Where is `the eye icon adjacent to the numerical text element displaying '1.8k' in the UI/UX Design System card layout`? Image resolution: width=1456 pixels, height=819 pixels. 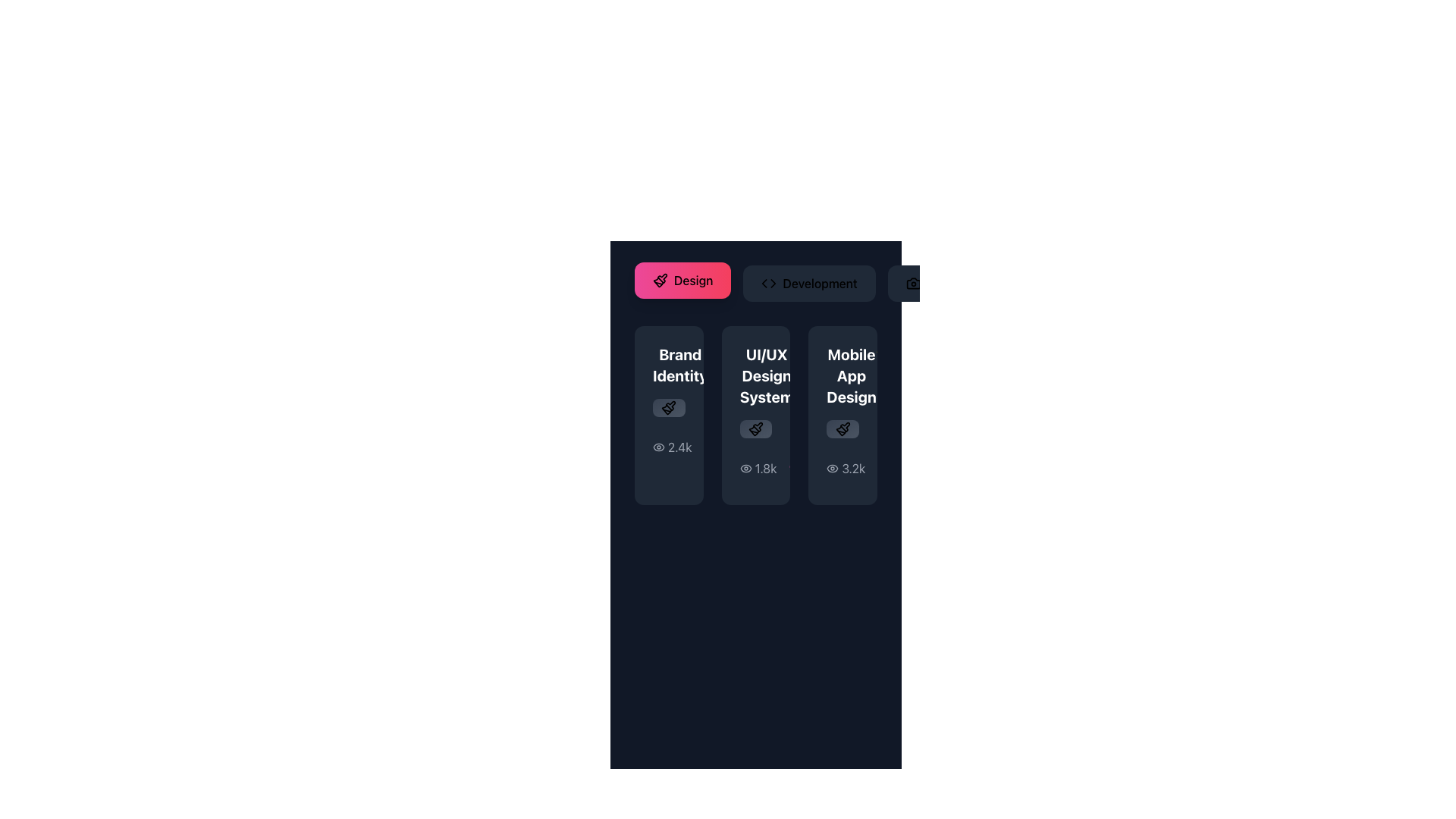 the eye icon adjacent to the numerical text element displaying '1.8k' in the UI/UX Design System card layout is located at coordinates (758, 467).